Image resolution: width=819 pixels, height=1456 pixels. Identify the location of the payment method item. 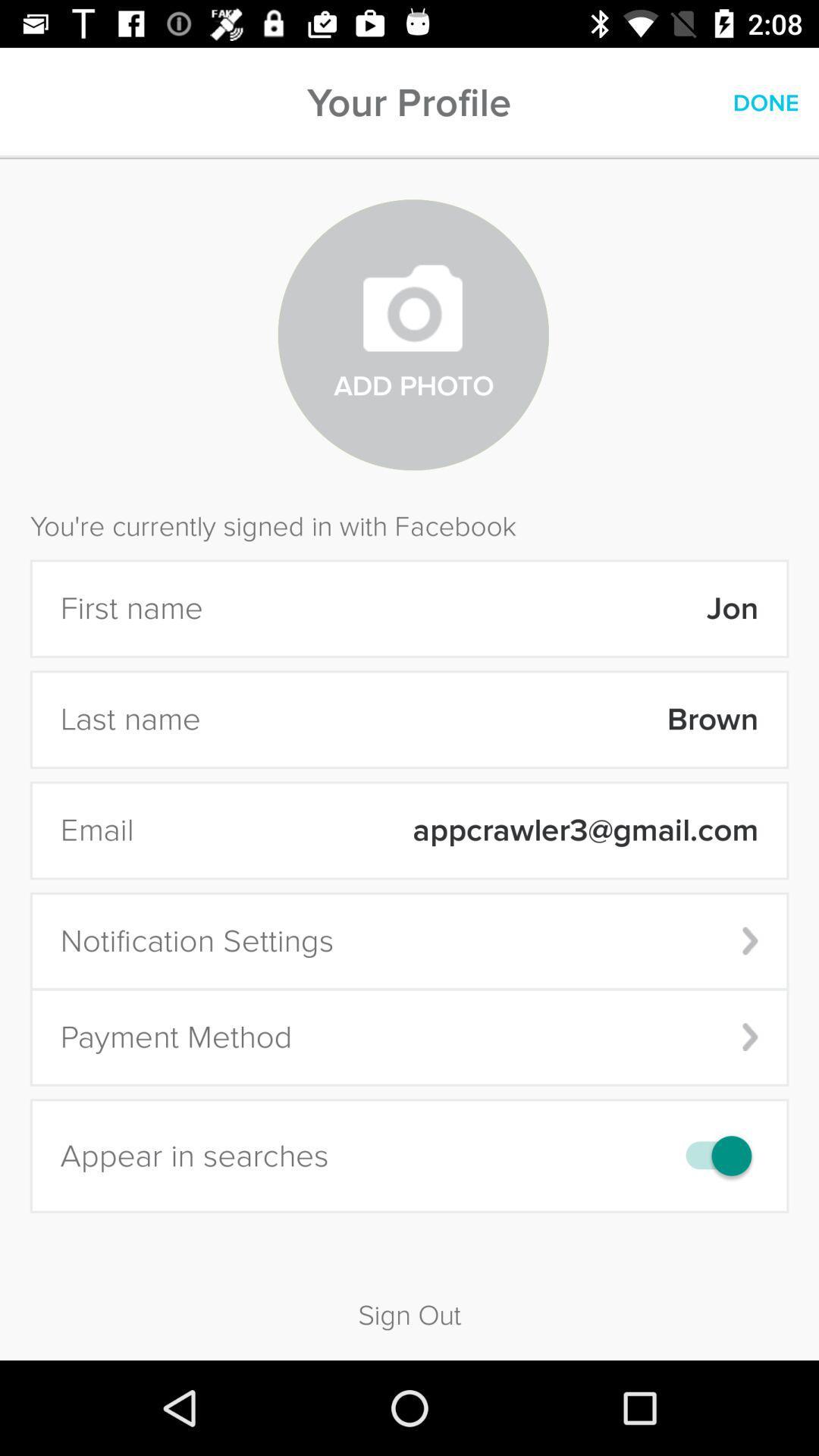
(409, 1037).